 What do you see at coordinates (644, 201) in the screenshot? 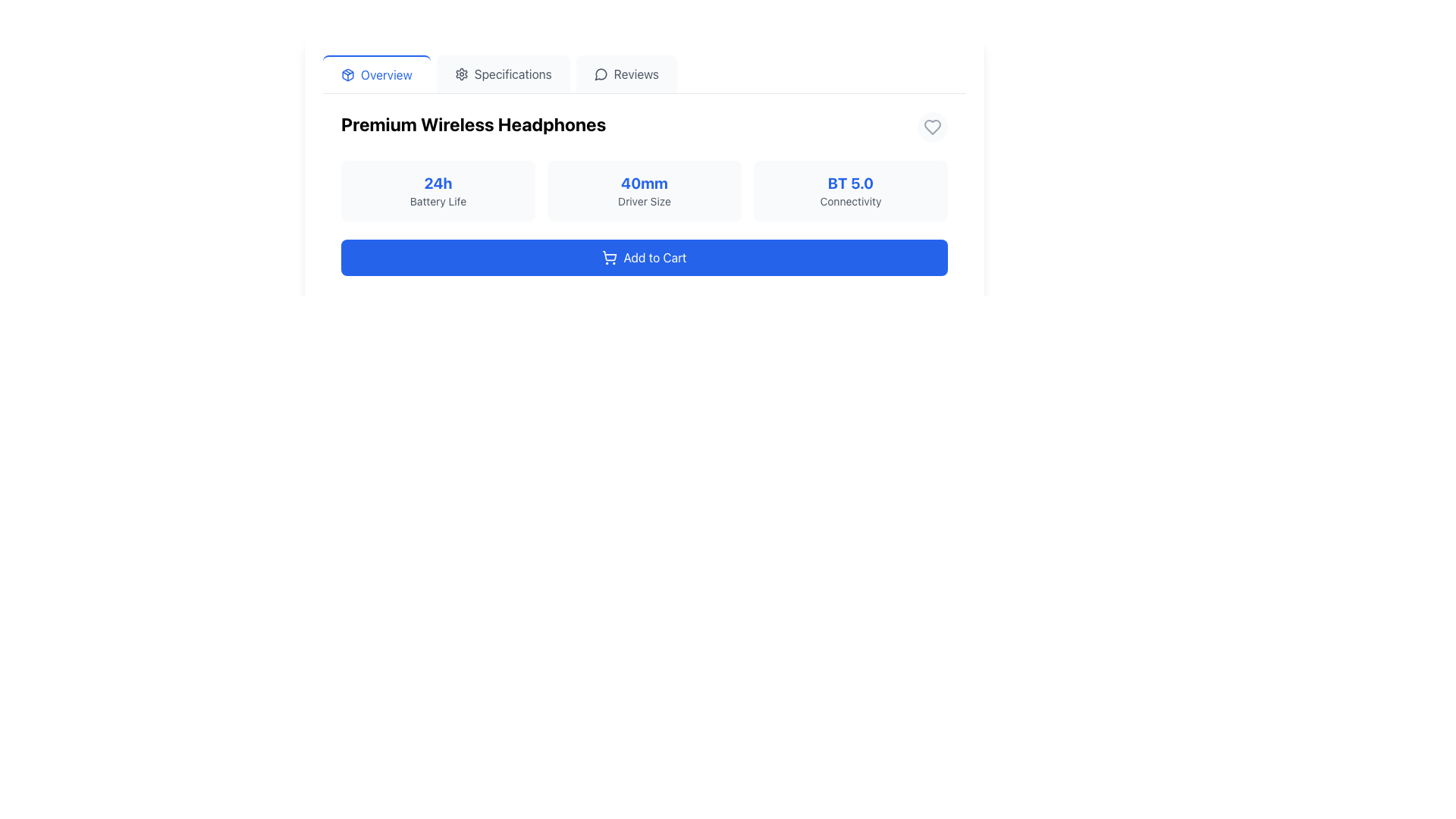
I see `the descriptive text label located in the lower section of the middle card, which indicates the measurement of the driver size for the product, situated beneath the bold '40mm' text` at bounding box center [644, 201].